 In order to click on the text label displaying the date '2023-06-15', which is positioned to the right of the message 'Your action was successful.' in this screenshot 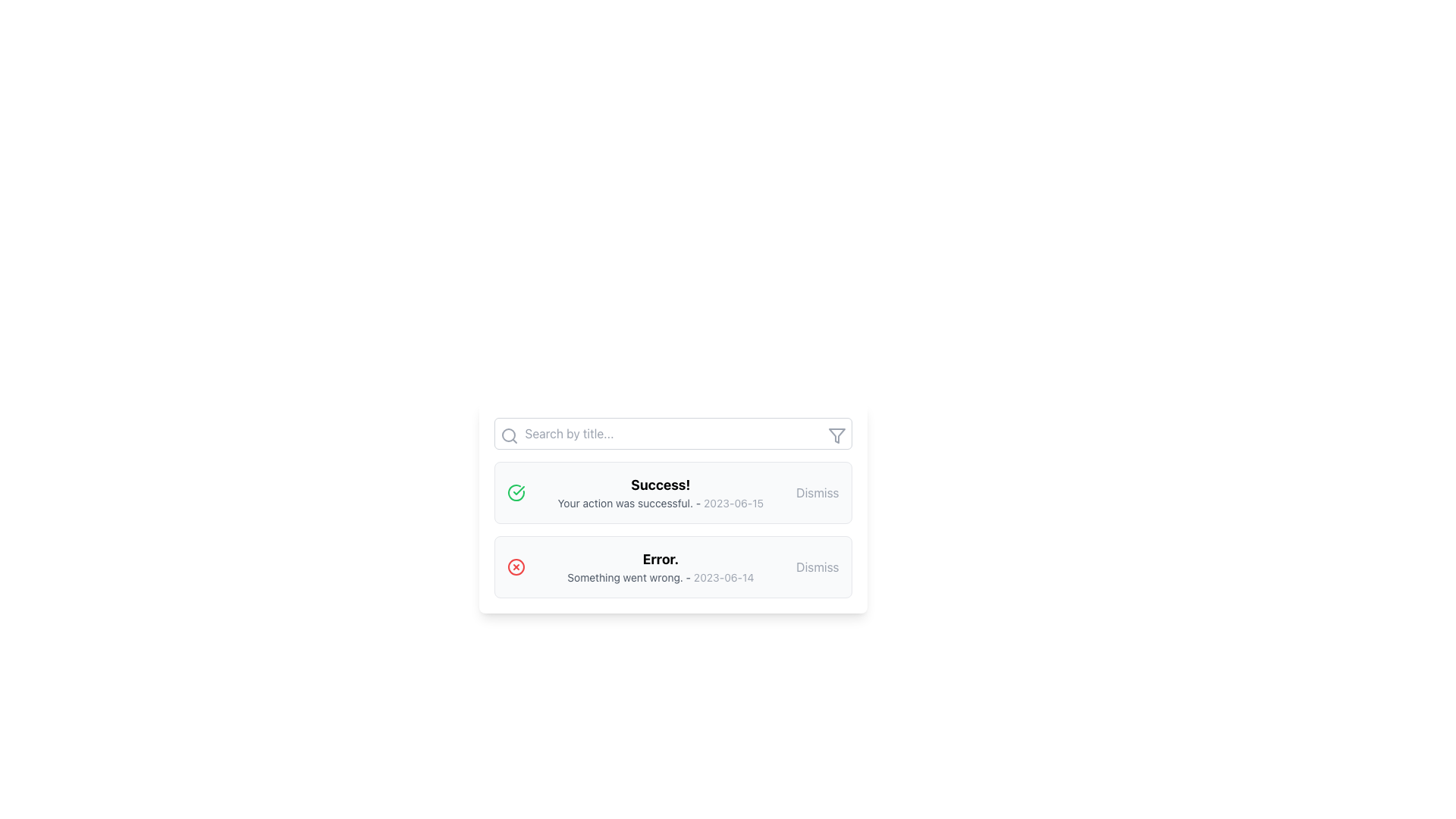, I will do `click(733, 503)`.